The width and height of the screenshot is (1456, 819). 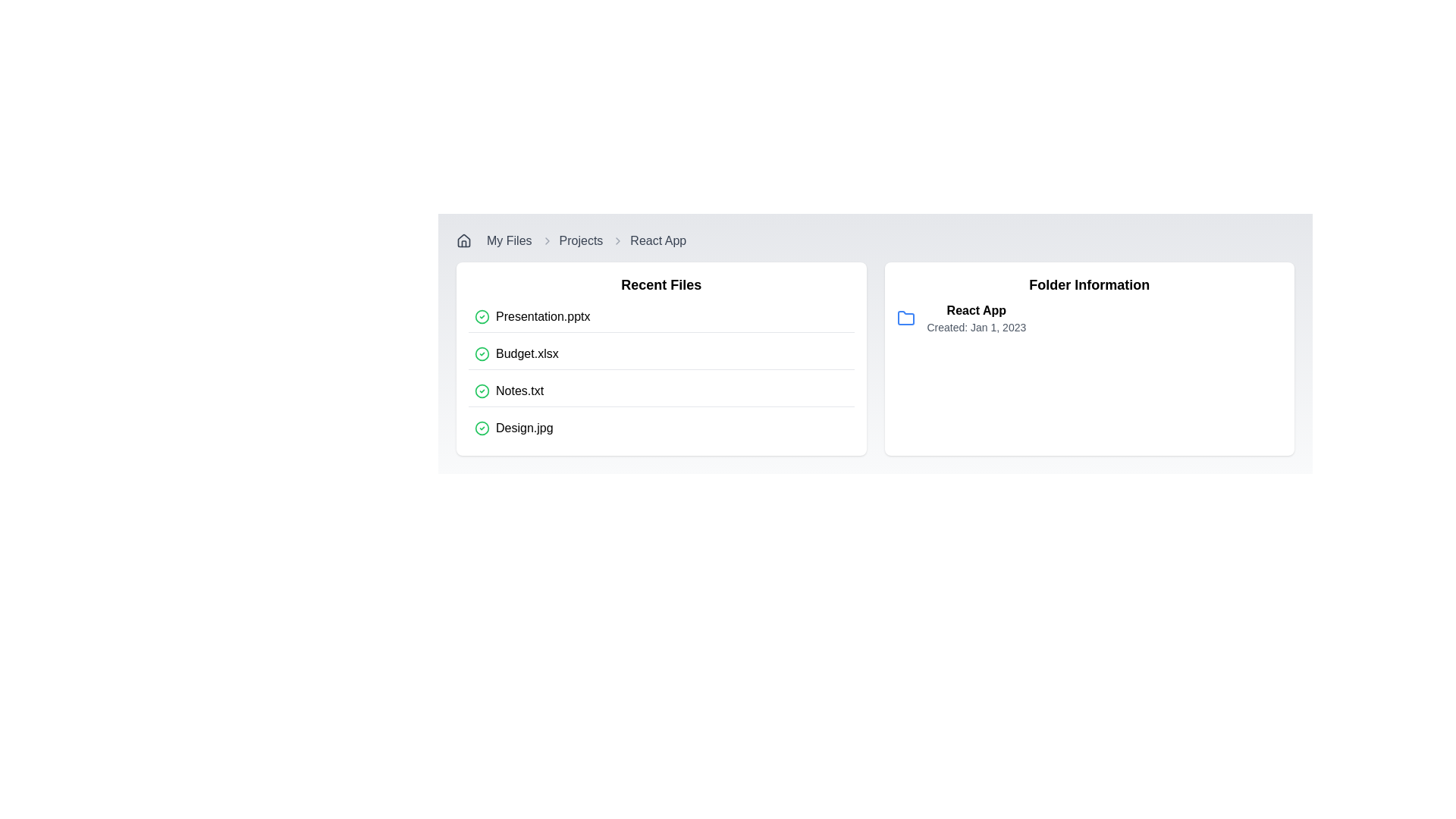 What do you see at coordinates (661, 284) in the screenshot?
I see `the bold, medium-sized, black-colored text label reading 'Recent Files', which serves as a section heading above a list of files` at bounding box center [661, 284].